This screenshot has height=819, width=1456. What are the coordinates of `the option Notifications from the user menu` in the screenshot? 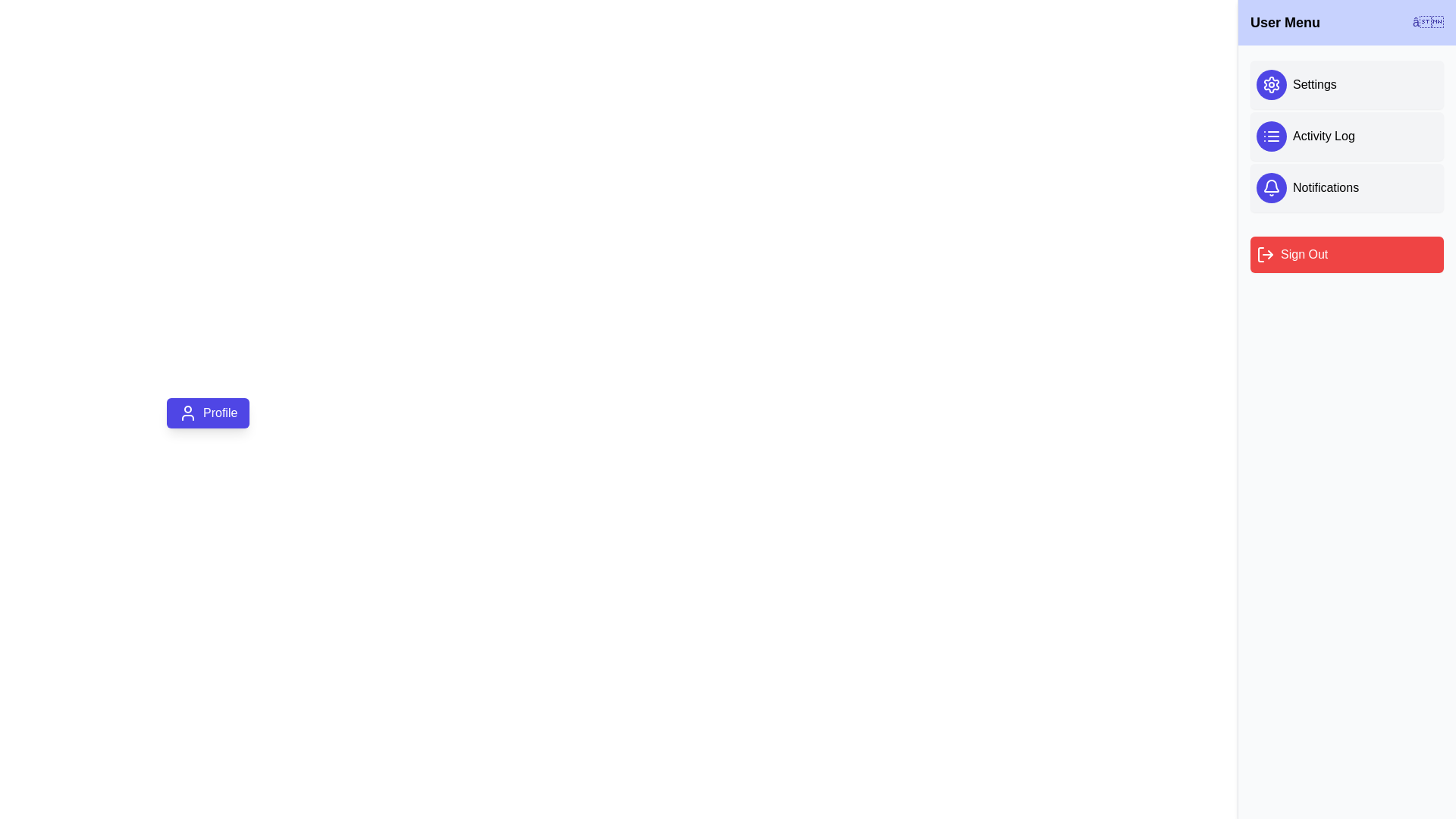 It's located at (1347, 187).